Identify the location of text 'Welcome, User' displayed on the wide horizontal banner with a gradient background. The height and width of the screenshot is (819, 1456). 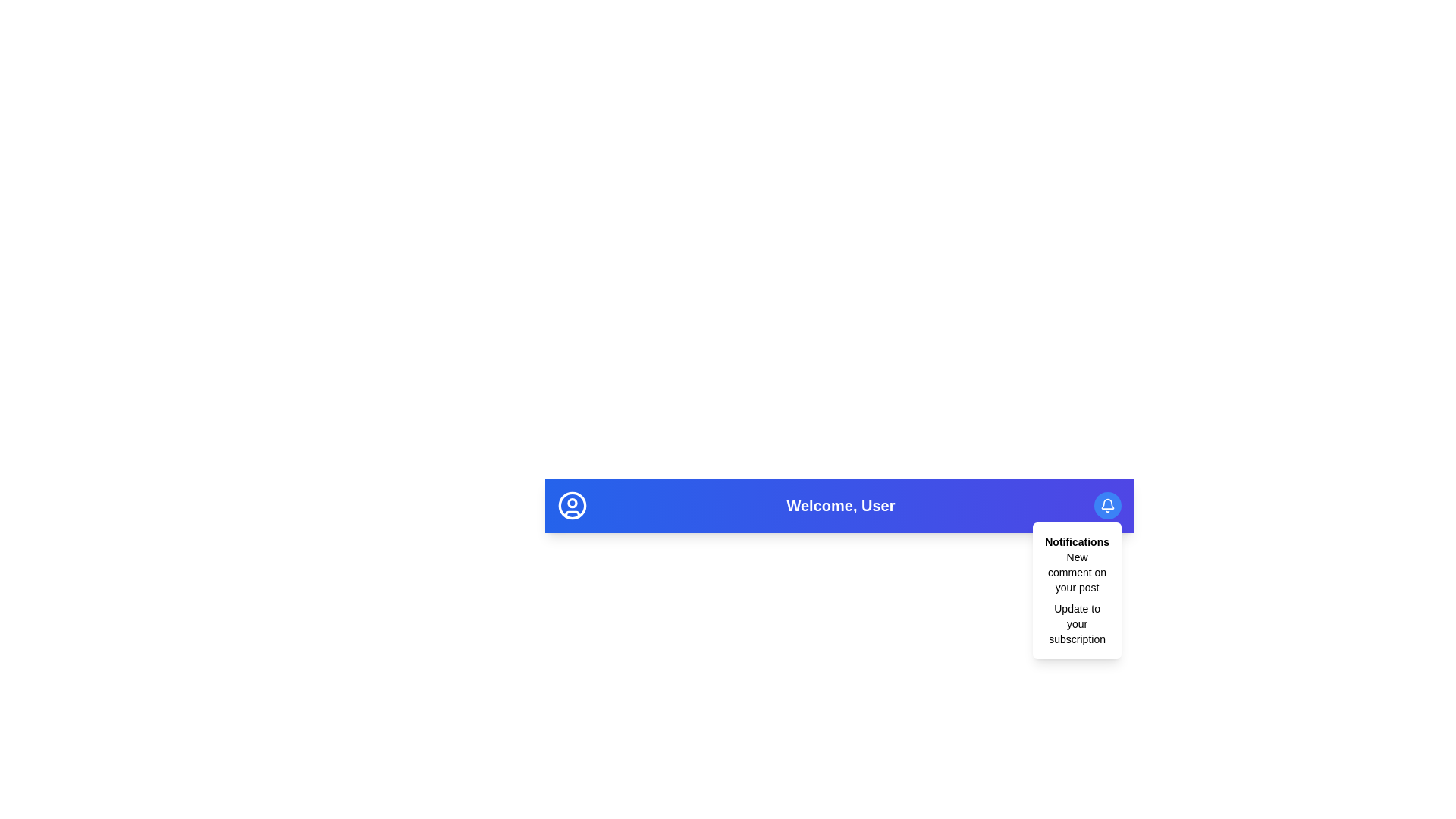
(839, 506).